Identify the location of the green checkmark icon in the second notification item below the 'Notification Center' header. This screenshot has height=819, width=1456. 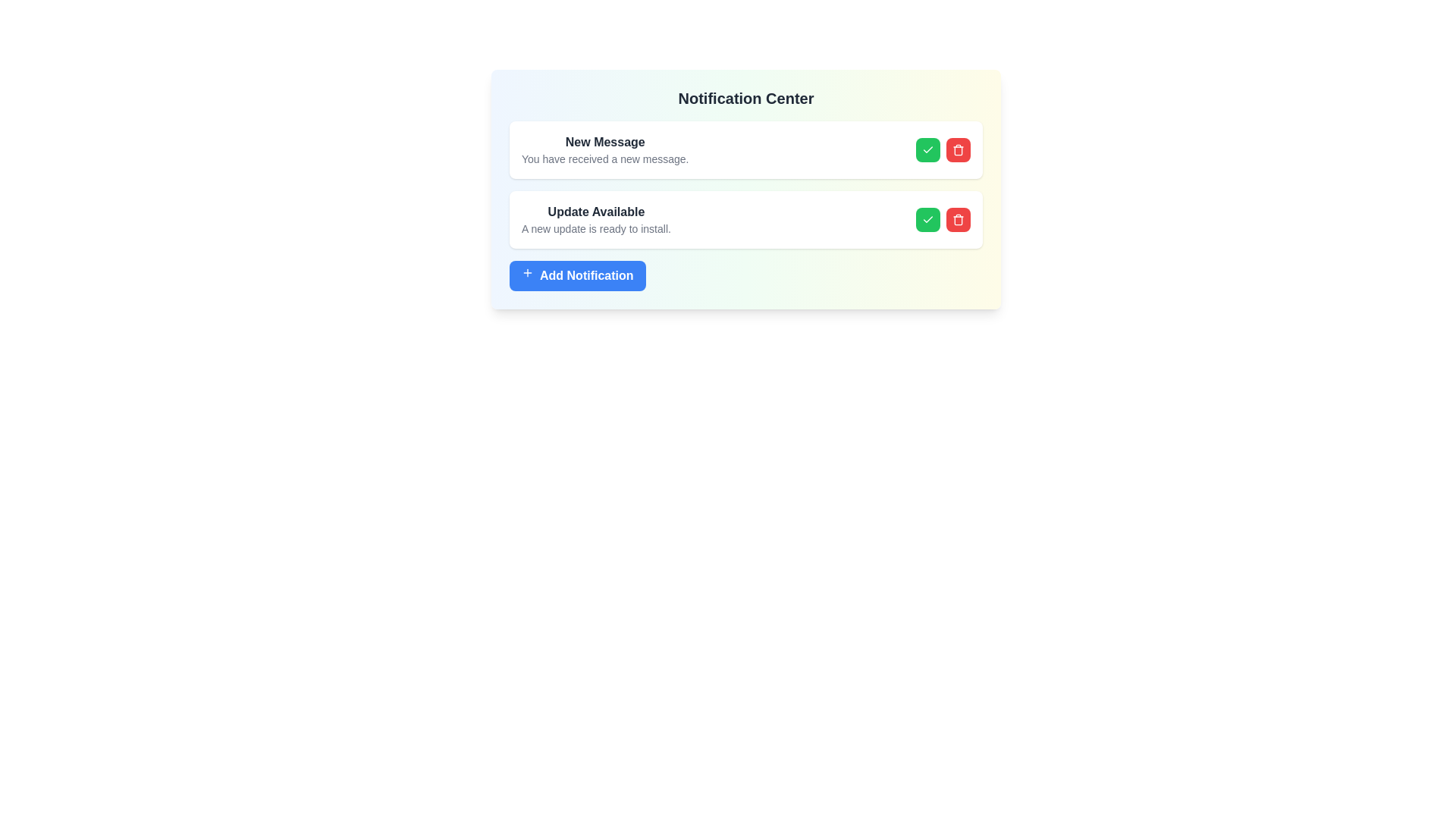
(927, 219).